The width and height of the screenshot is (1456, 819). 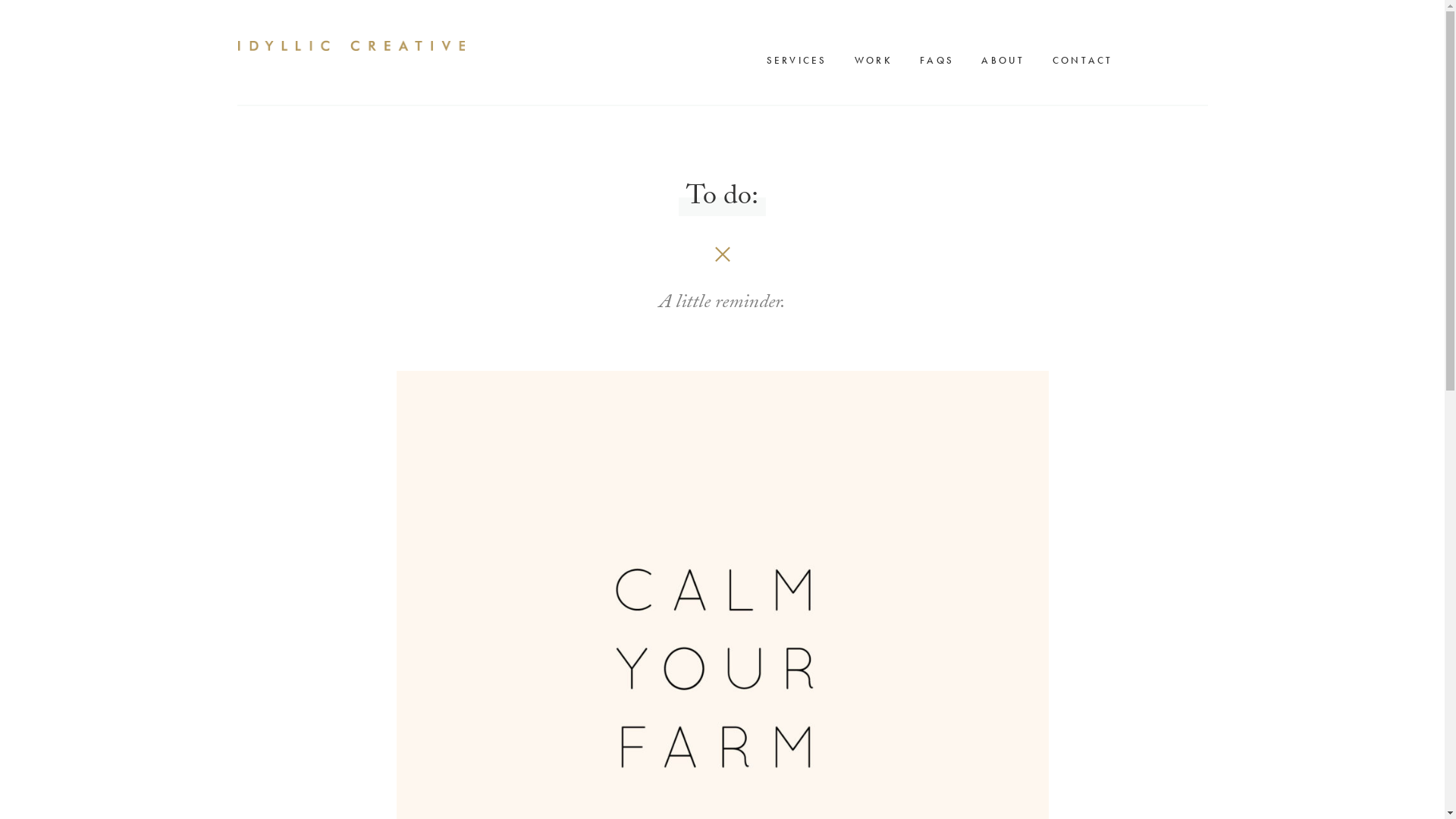 What do you see at coordinates (349, 45) in the screenshot?
I see `'Idyllic Creative'` at bounding box center [349, 45].